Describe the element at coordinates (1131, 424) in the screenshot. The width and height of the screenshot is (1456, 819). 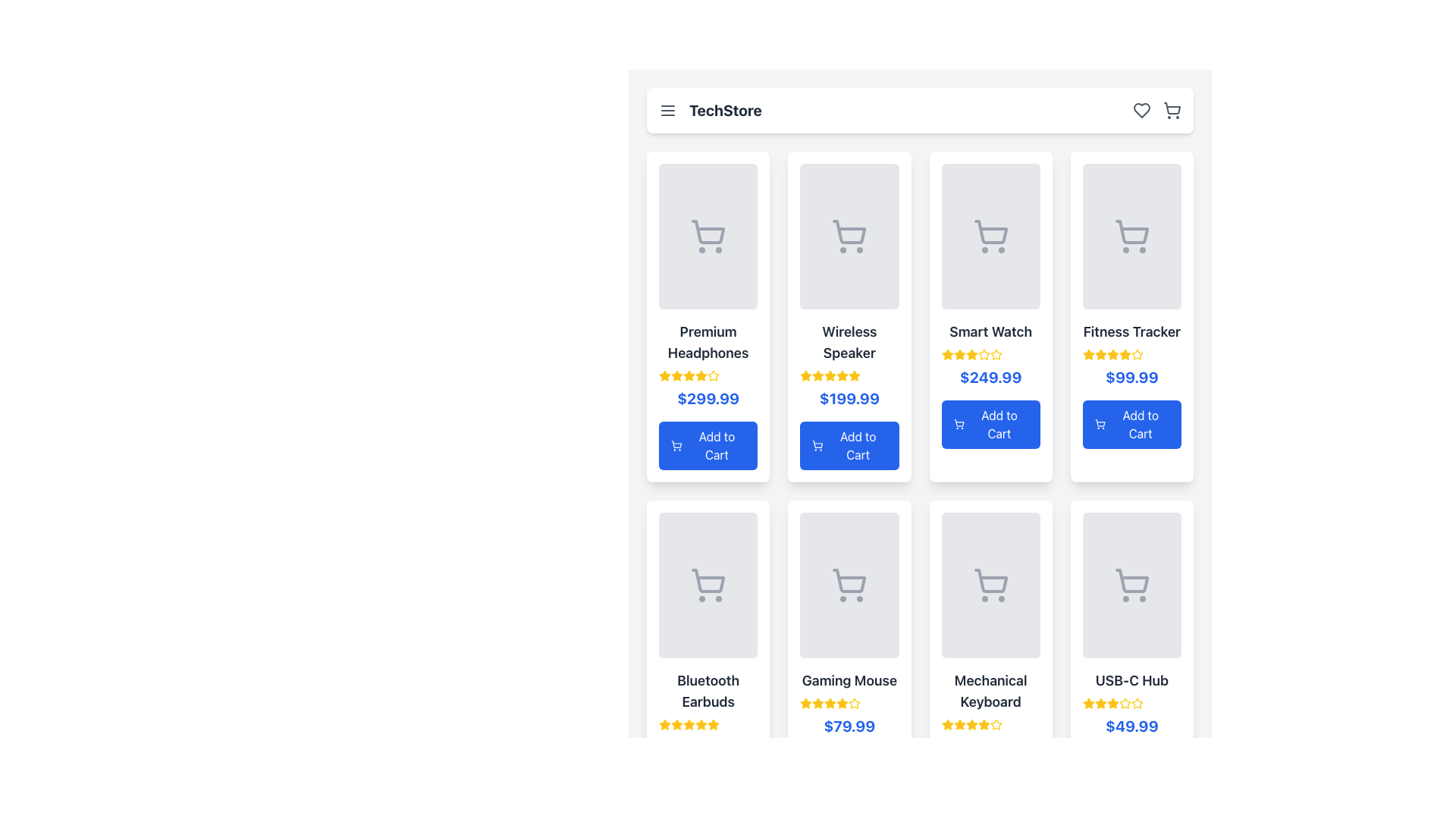
I see `the 'Add to Cart' button located at the bottom of the 'Fitness Tracker' product card` at that location.